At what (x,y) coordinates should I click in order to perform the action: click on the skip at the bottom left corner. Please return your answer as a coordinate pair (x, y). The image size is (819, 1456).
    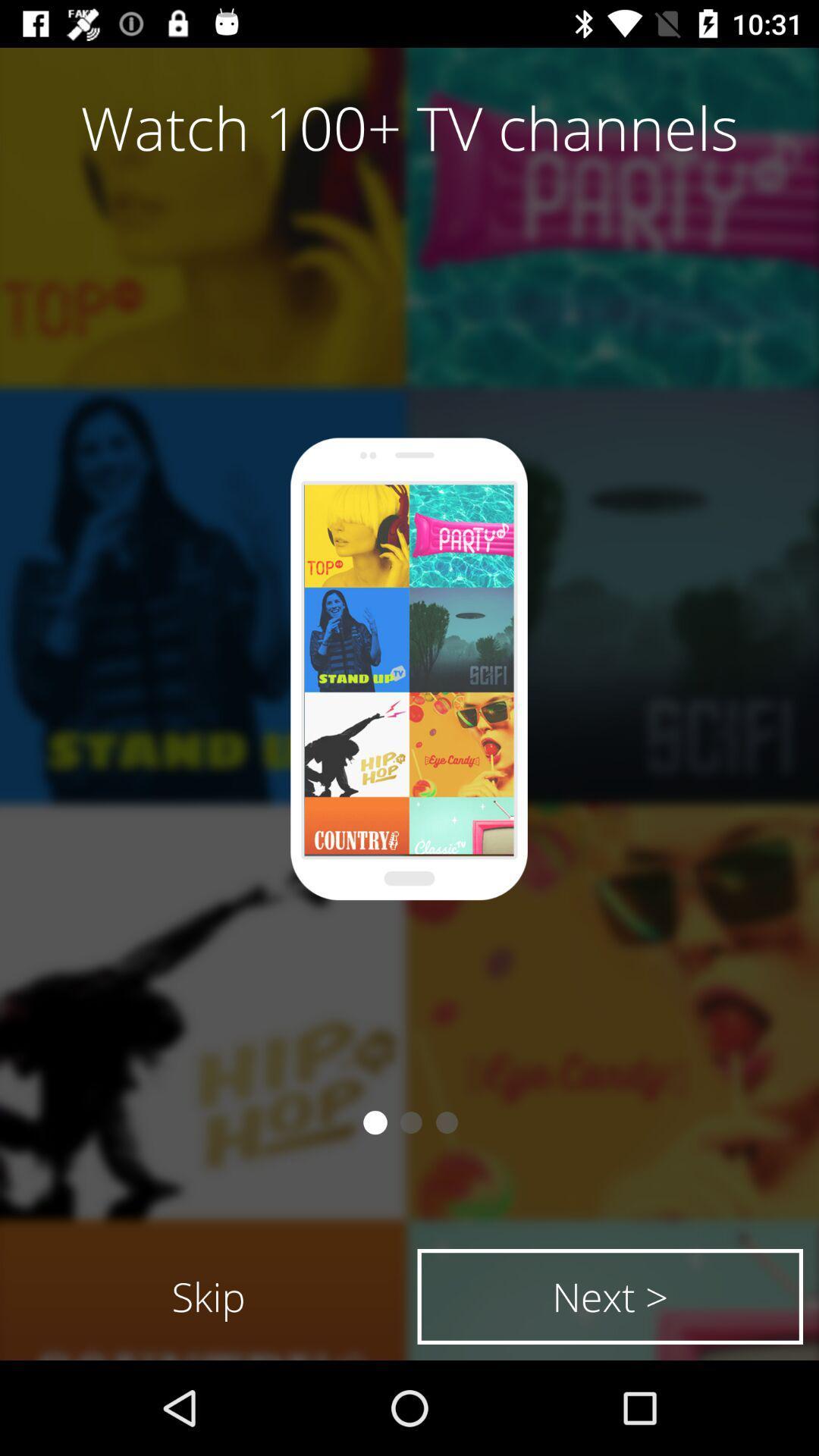
    Looking at the image, I should click on (209, 1295).